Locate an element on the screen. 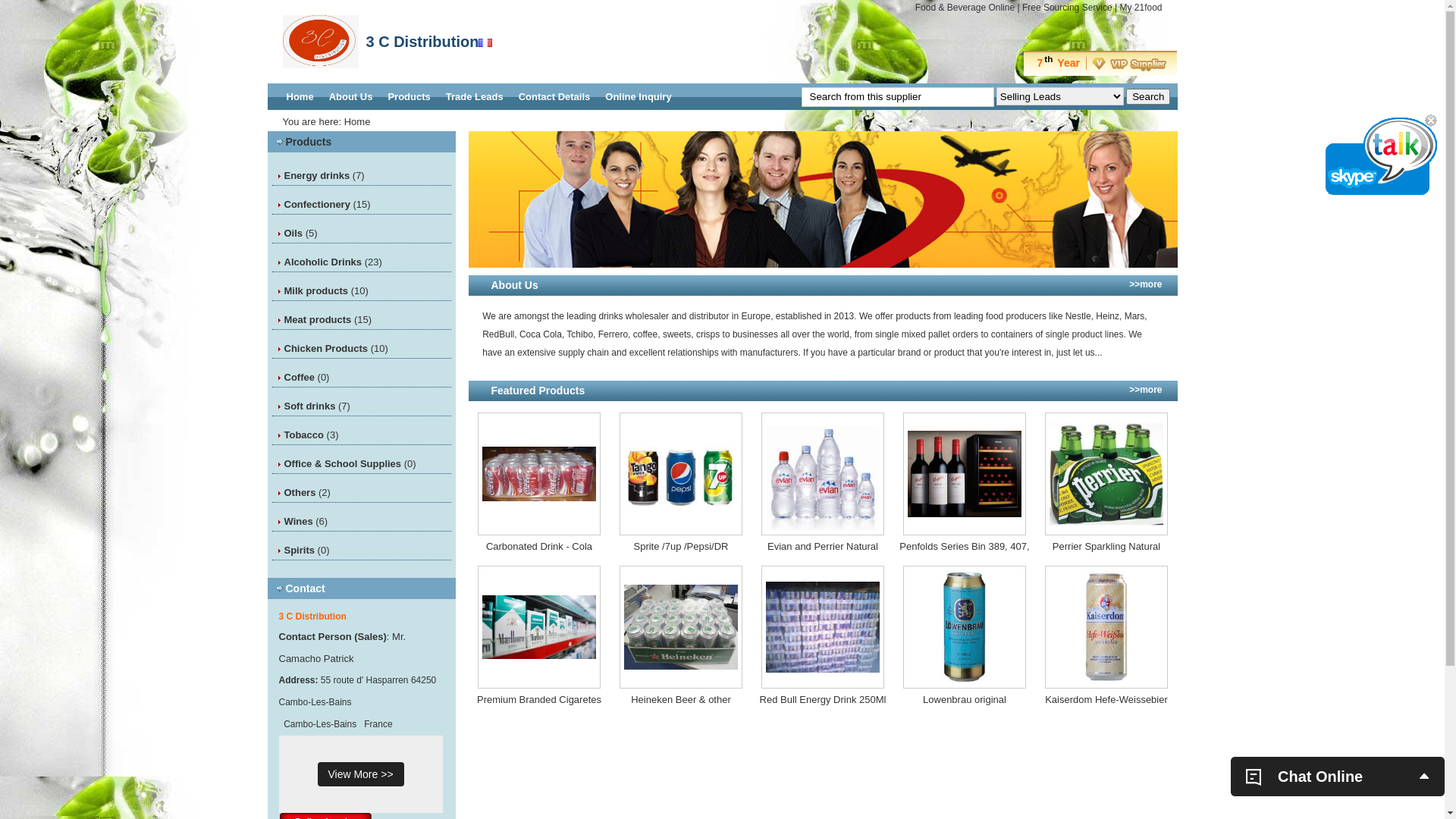  'Search' is located at coordinates (1147, 96).